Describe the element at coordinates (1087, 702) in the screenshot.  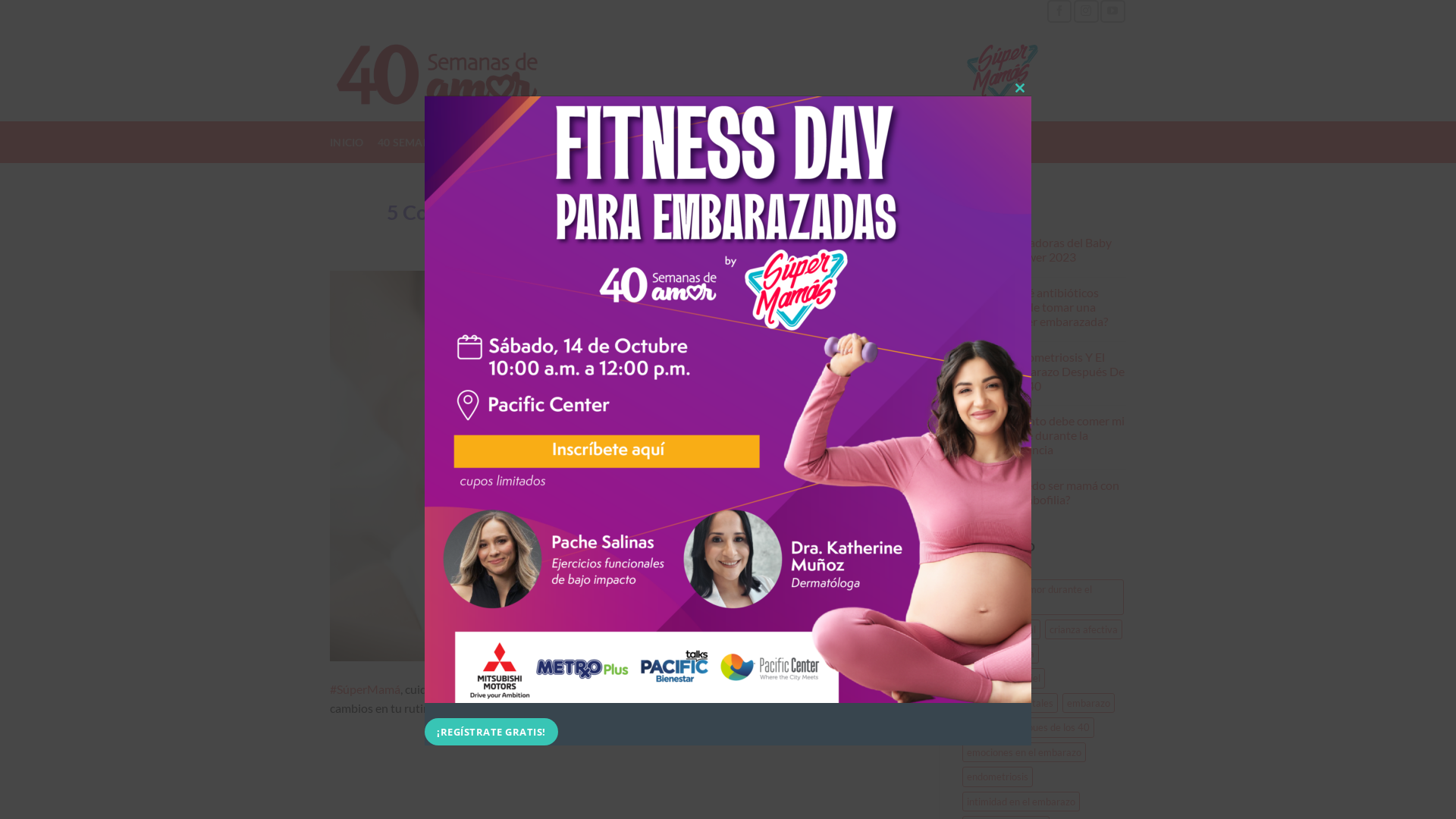
I see `'embarazo'` at that location.